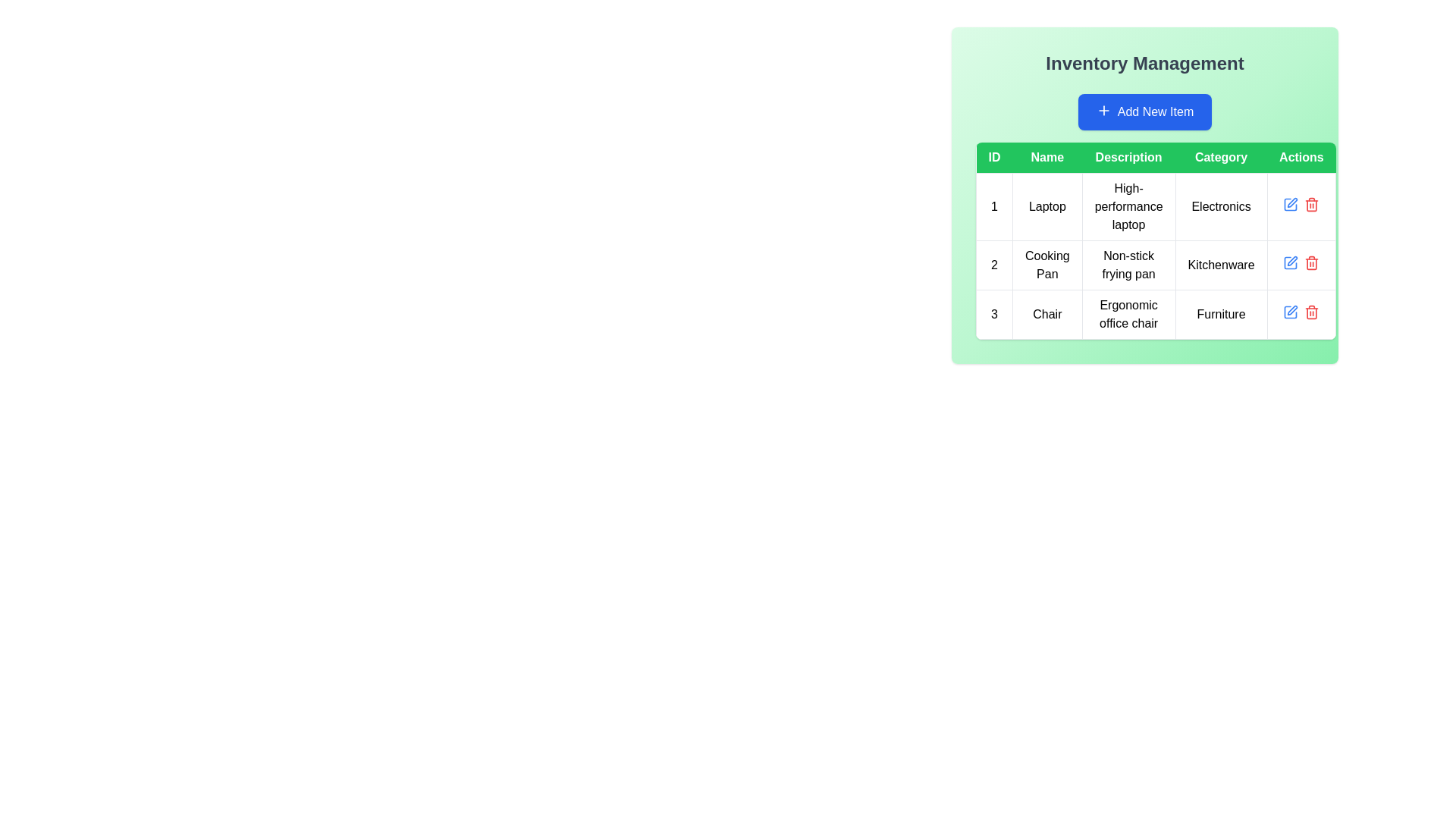 The image size is (1456, 819). Describe the element at coordinates (1046, 207) in the screenshot. I see `the Text Label in the 'Inventory Management' table that denotes the name of the inventory item, located in the second column of the first row, adjacent to '1' on the left and 'High-performance laptop' on the right` at that location.